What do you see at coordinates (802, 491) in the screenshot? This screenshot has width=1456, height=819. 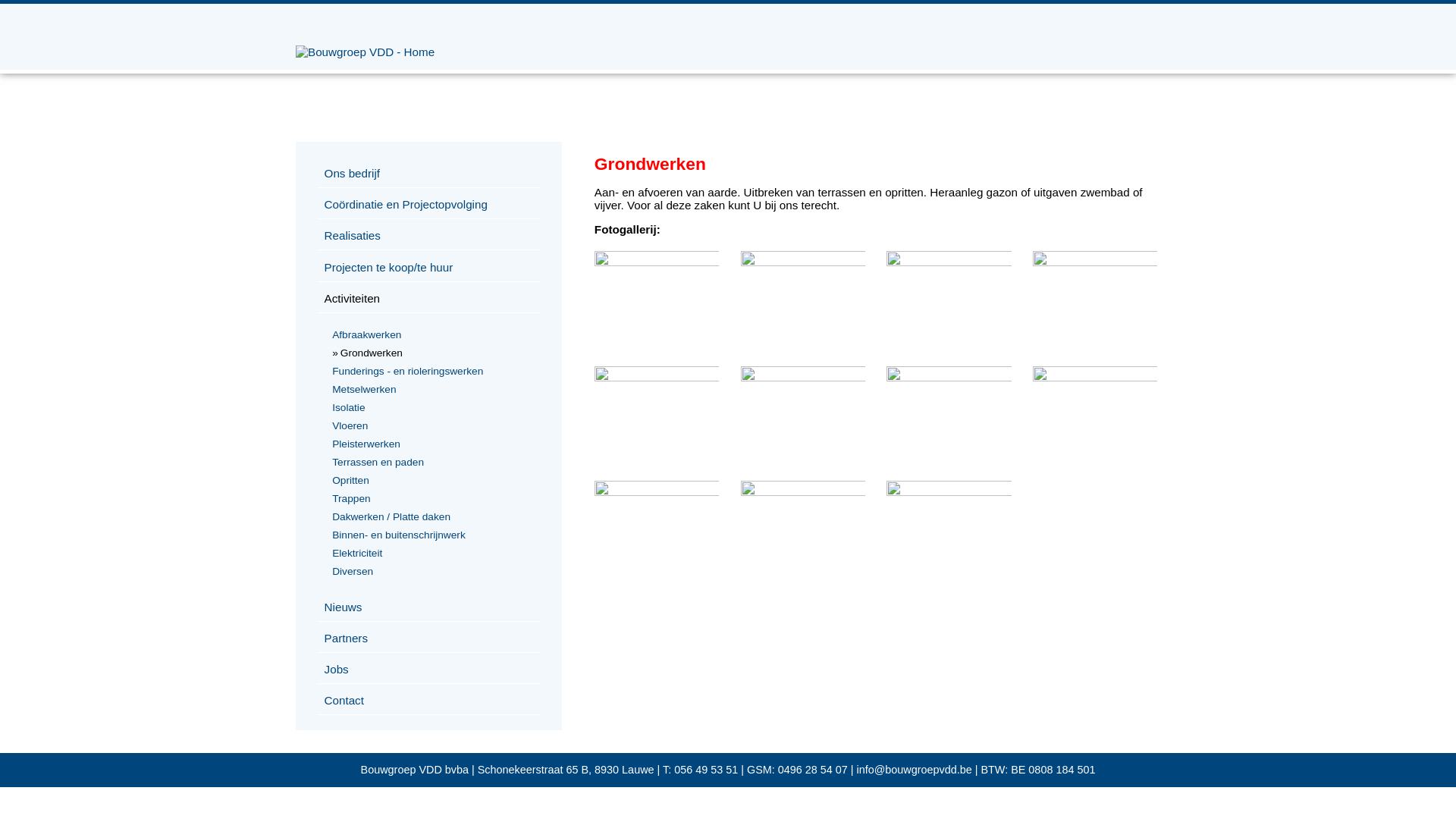 I see `'Grondwerken'` at bounding box center [802, 491].